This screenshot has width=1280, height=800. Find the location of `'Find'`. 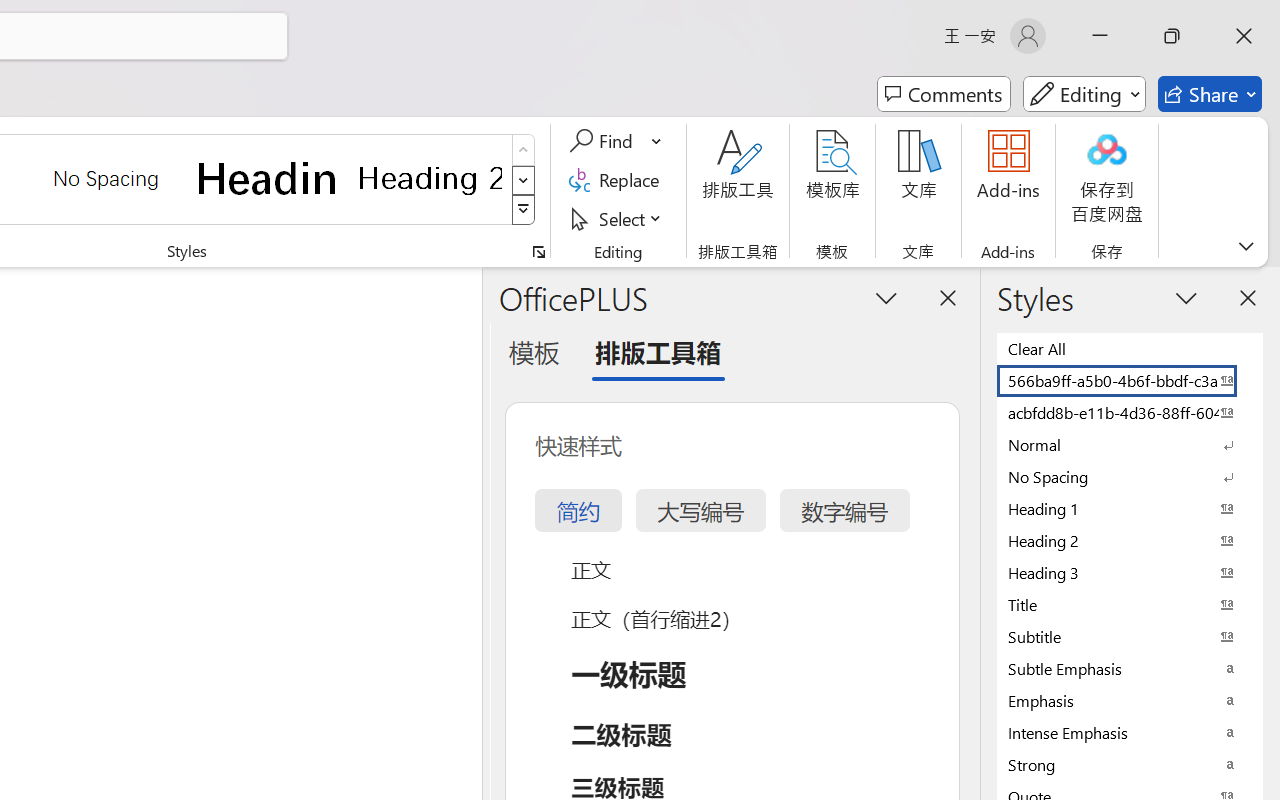

'Find' is located at coordinates (603, 141).